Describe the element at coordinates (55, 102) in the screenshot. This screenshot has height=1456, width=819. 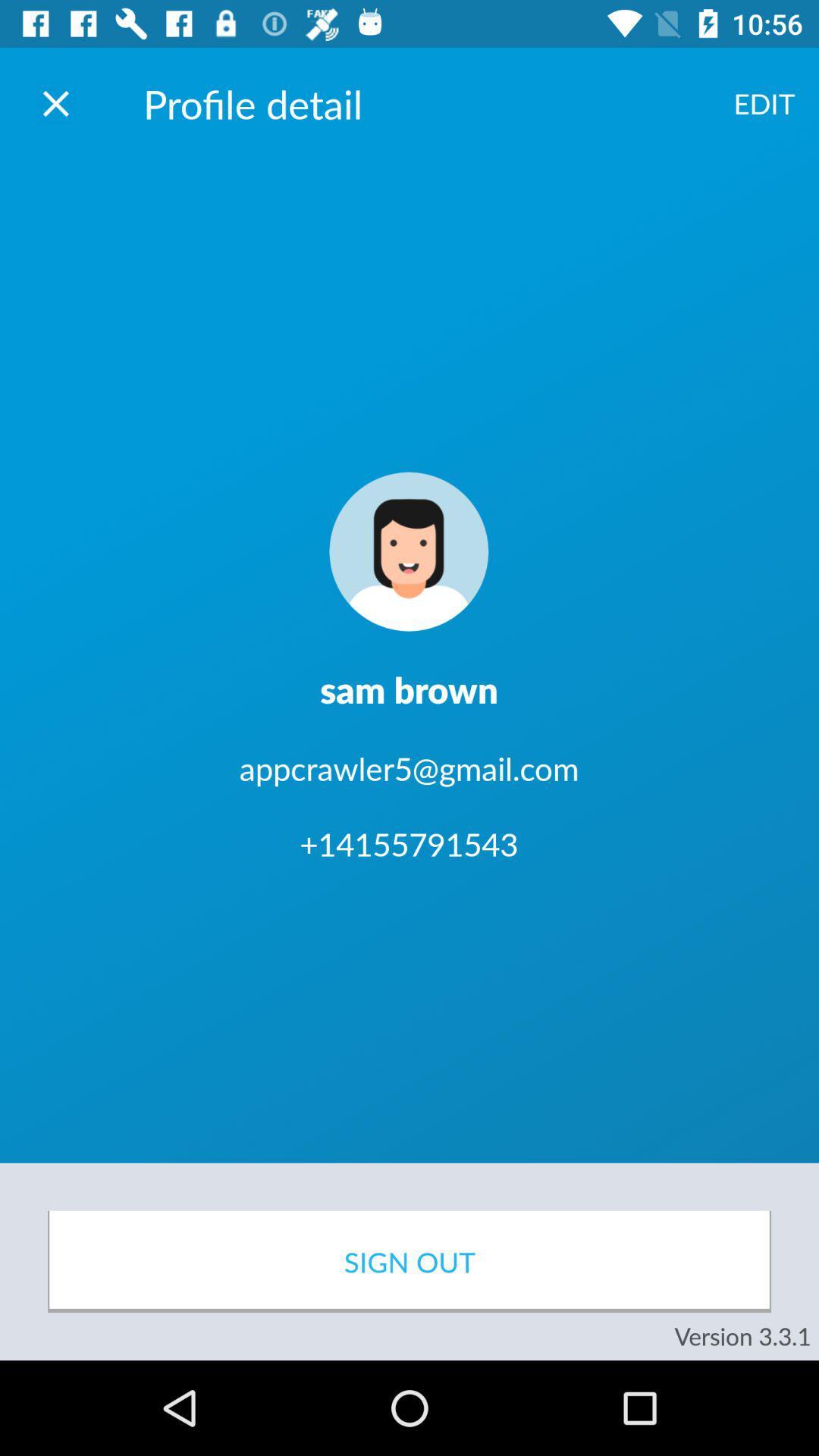
I see `x icon on top left hand of the screen will exit you from the current screen` at that location.